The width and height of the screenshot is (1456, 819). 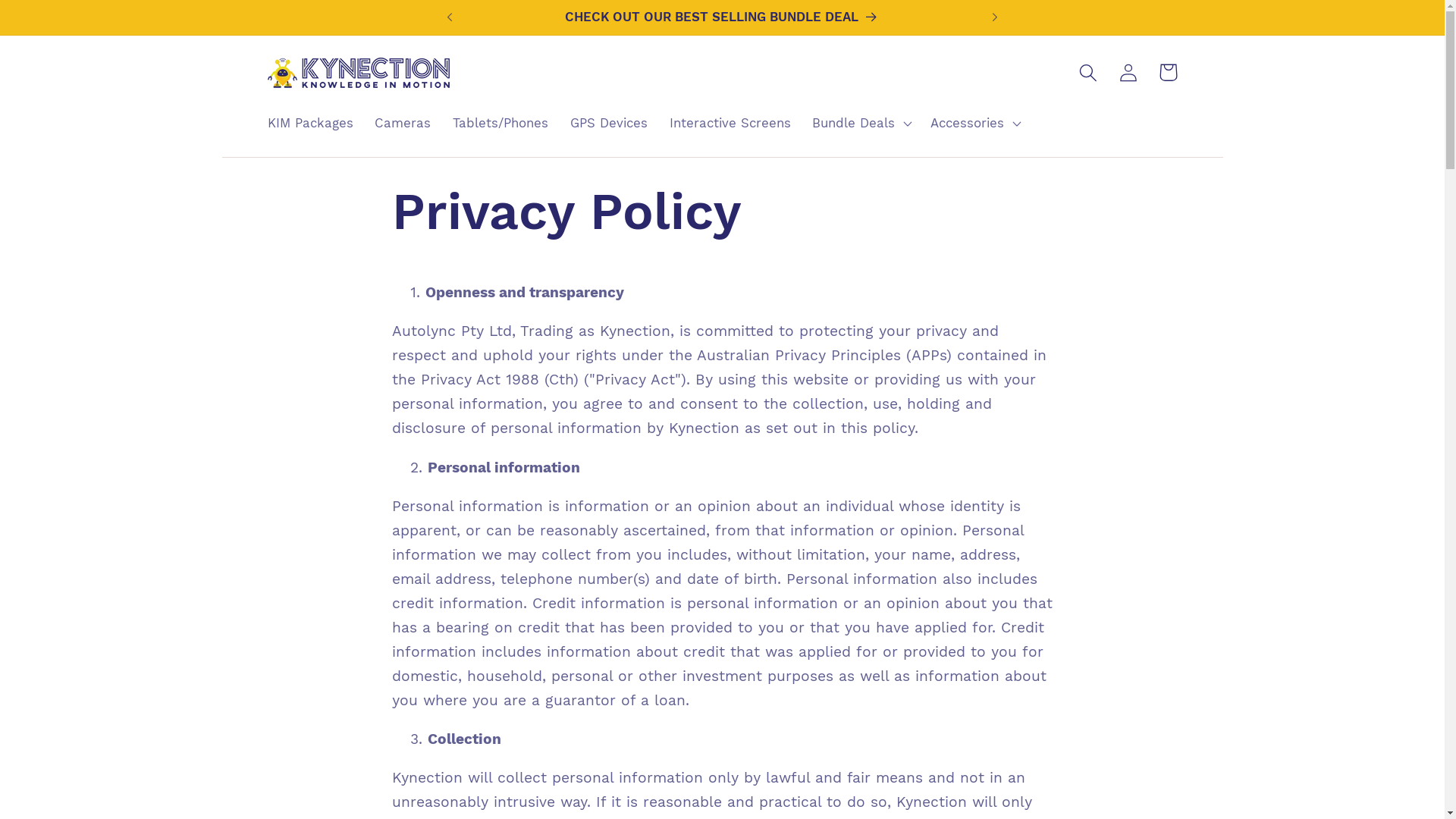 I want to click on 'CHECK OUT OUR BEST SELLING BUNDLE DEAL', so click(x=744, y=17).